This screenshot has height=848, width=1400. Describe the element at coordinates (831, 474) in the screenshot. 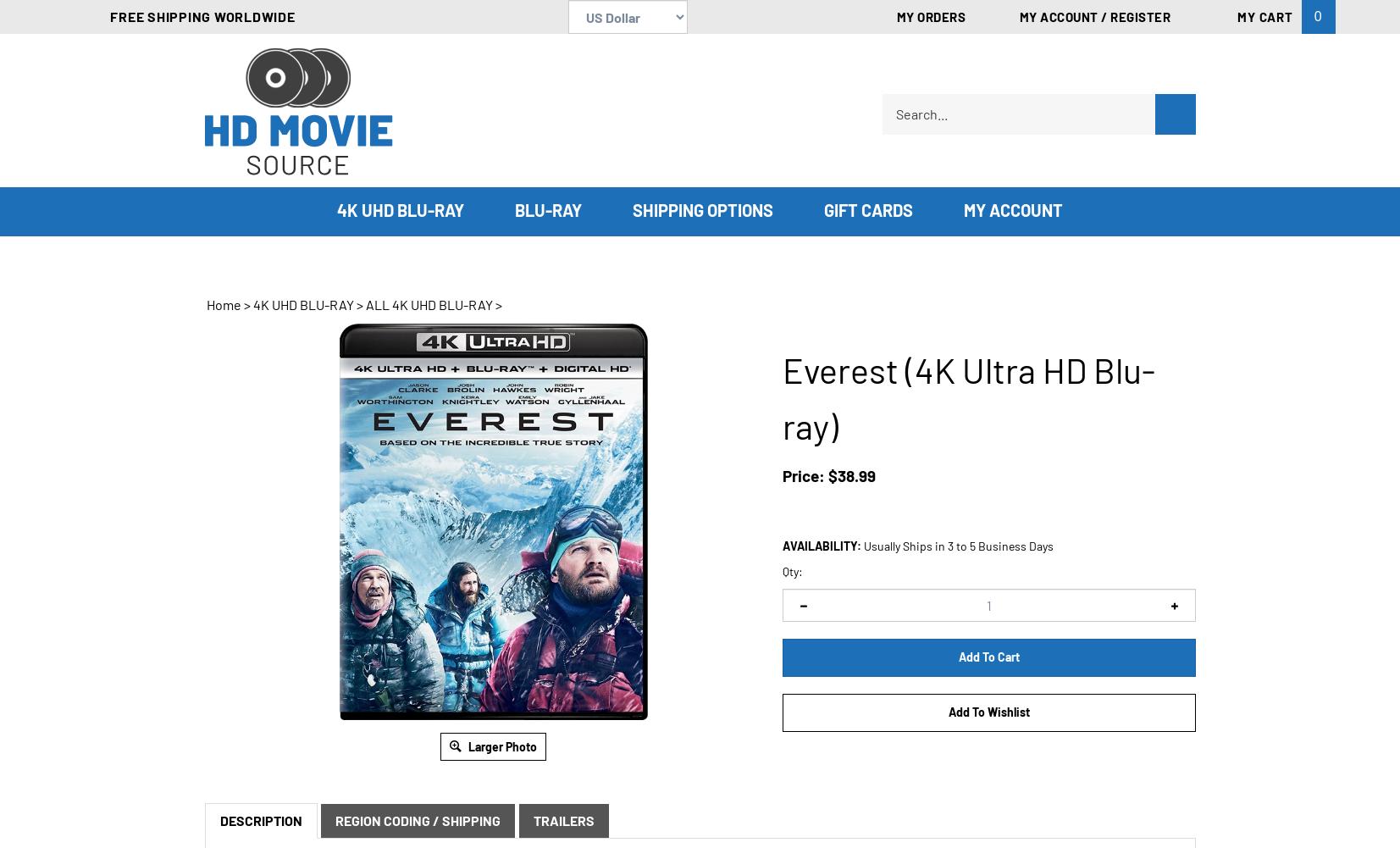

I see `'$'` at that location.